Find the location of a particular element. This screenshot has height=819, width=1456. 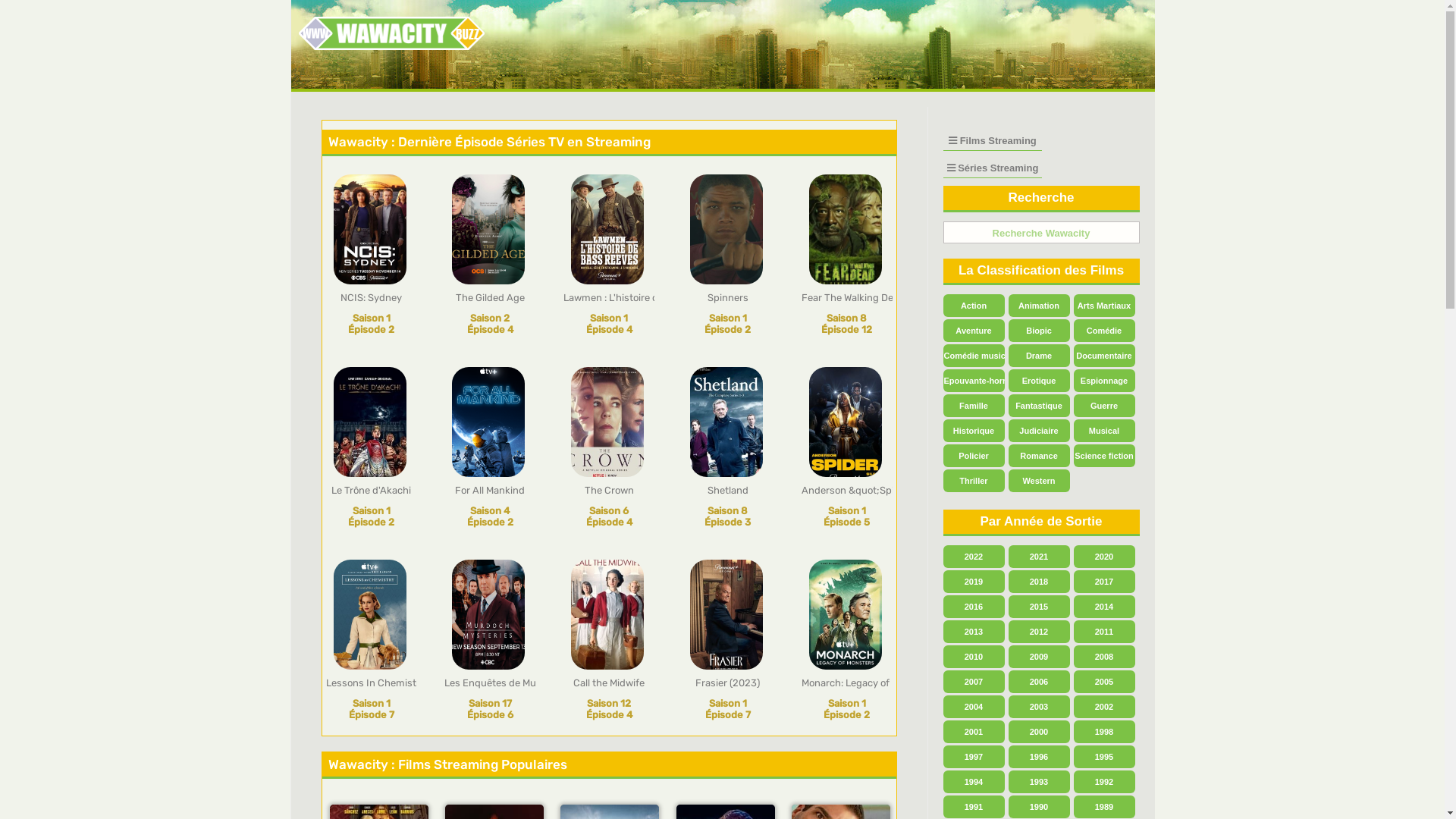

'Musical' is located at coordinates (1104, 430).